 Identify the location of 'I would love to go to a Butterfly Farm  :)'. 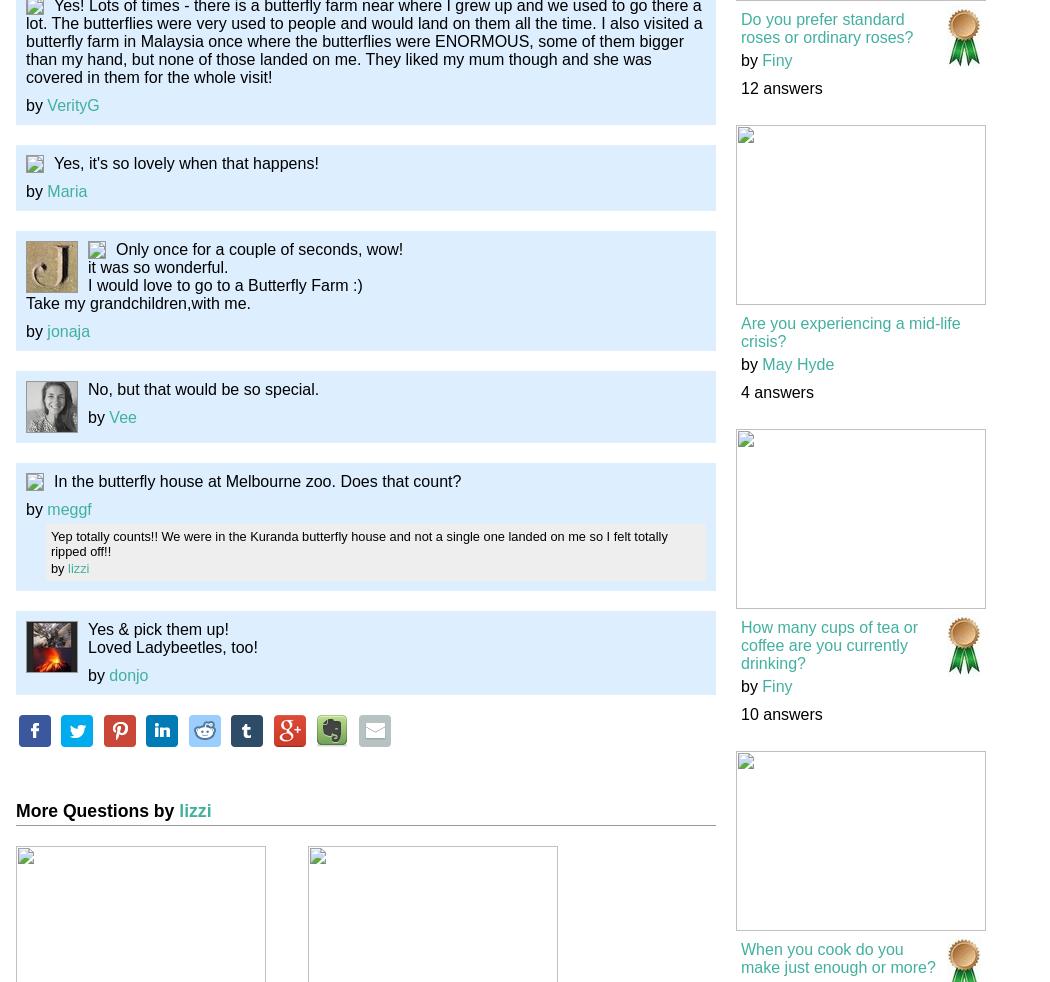
(87, 284).